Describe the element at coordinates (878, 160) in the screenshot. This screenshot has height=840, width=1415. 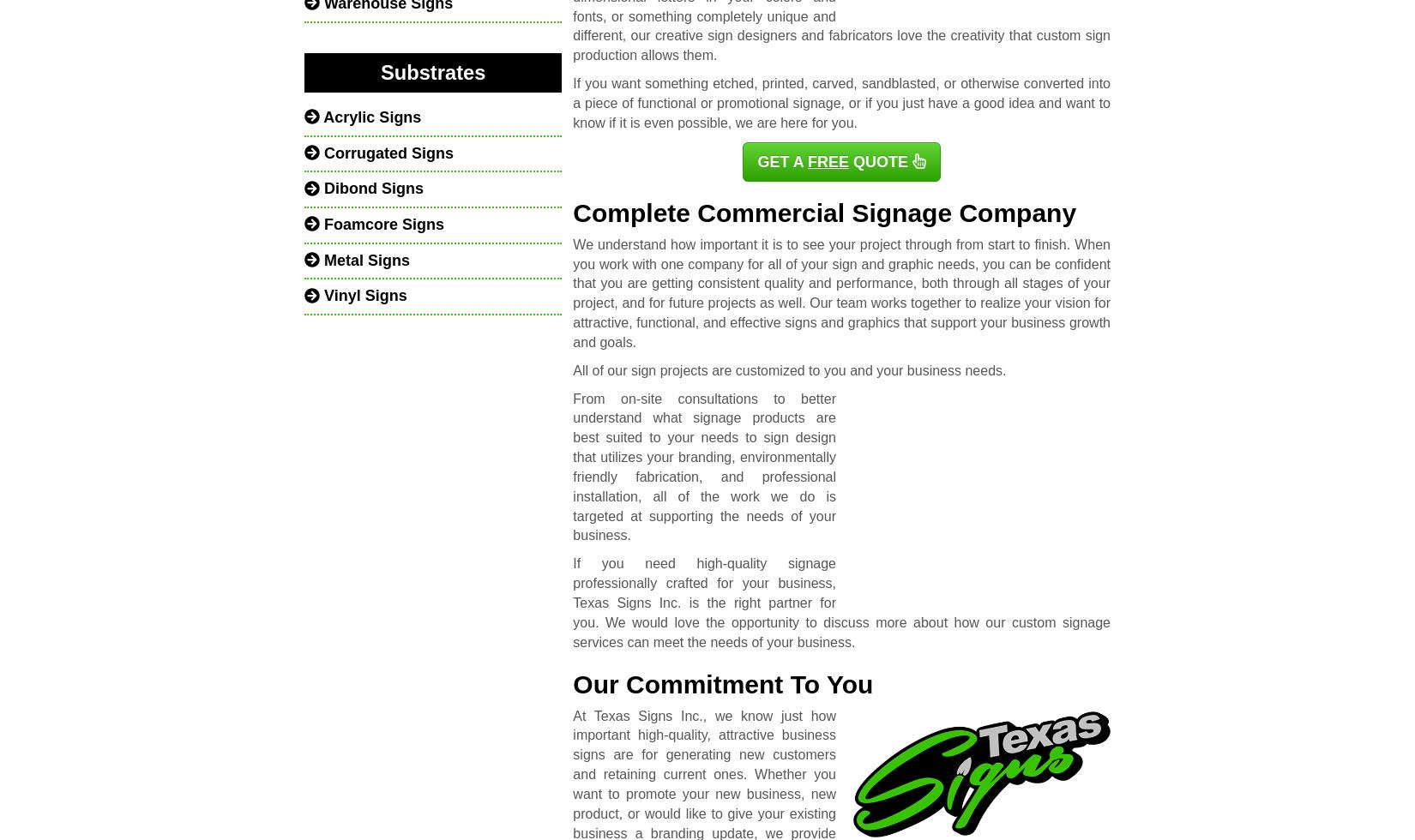
I see `'QUOTE'` at that location.